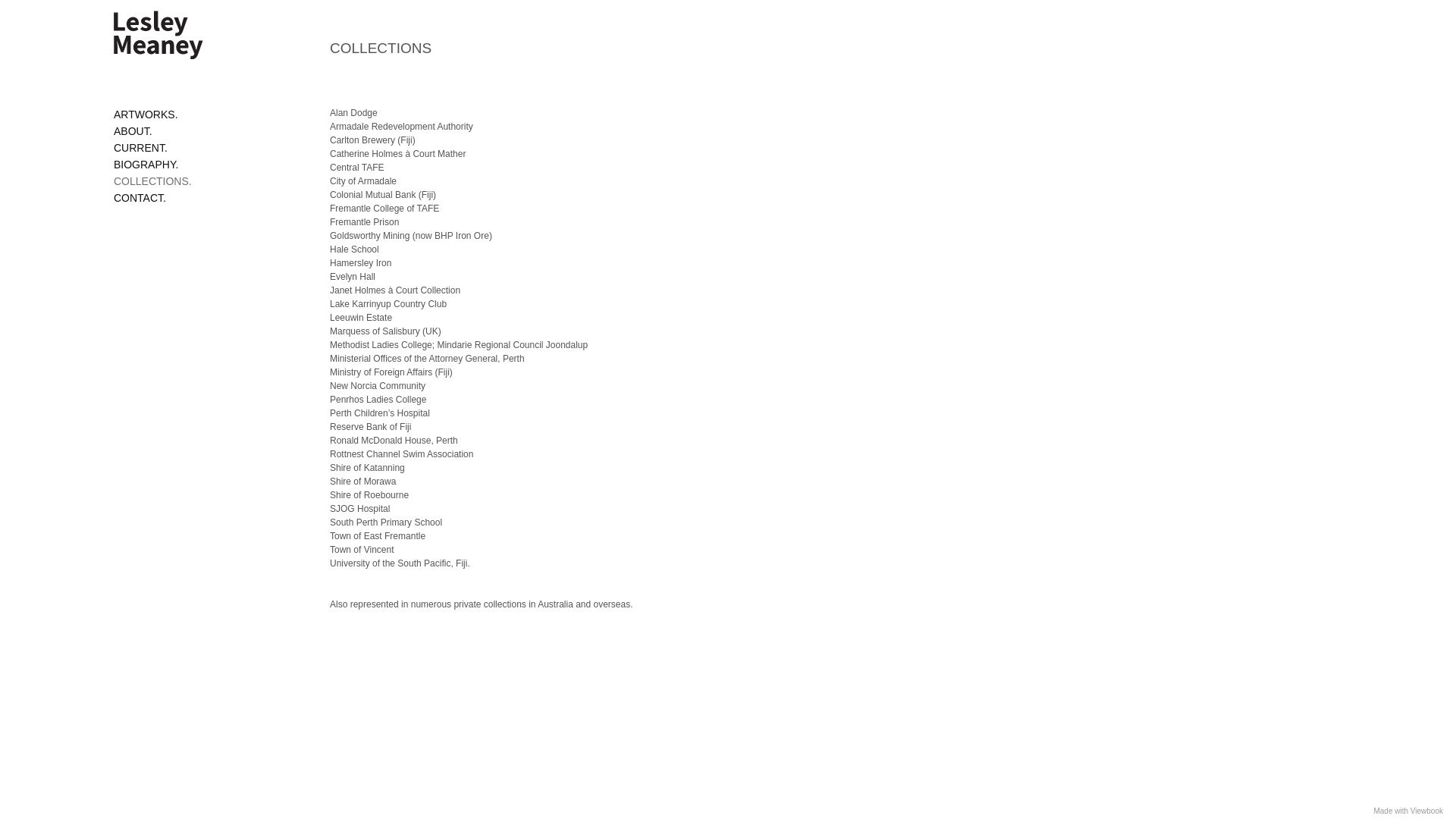 This screenshot has width=1456, height=819. I want to click on 'ARTWORKS.', so click(112, 113).